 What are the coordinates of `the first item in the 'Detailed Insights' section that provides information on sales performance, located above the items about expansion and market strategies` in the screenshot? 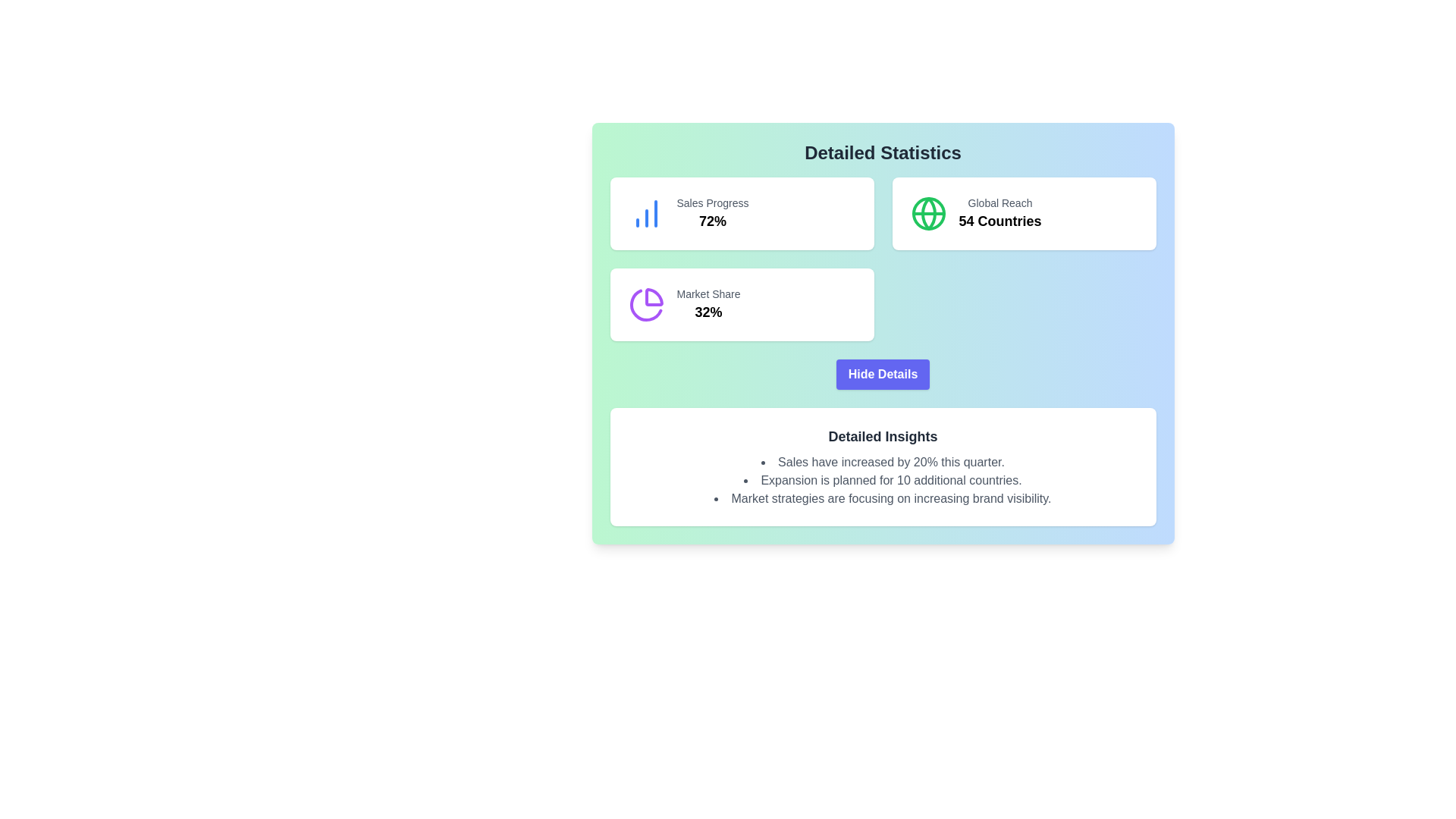 It's located at (883, 461).